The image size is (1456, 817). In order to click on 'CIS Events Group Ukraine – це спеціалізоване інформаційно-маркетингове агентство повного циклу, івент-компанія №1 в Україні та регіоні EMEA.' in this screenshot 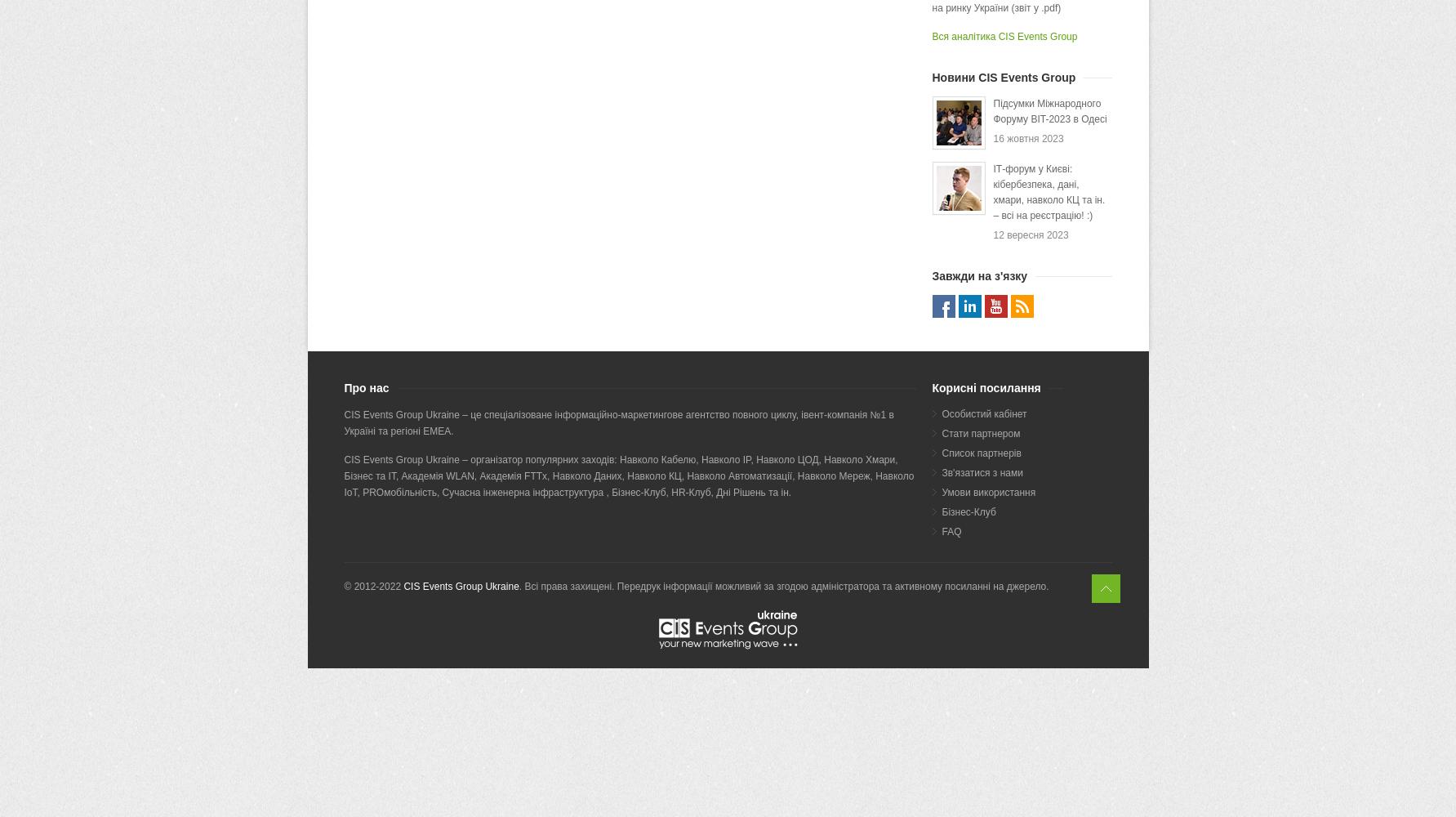, I will do `click(343, 423)`.